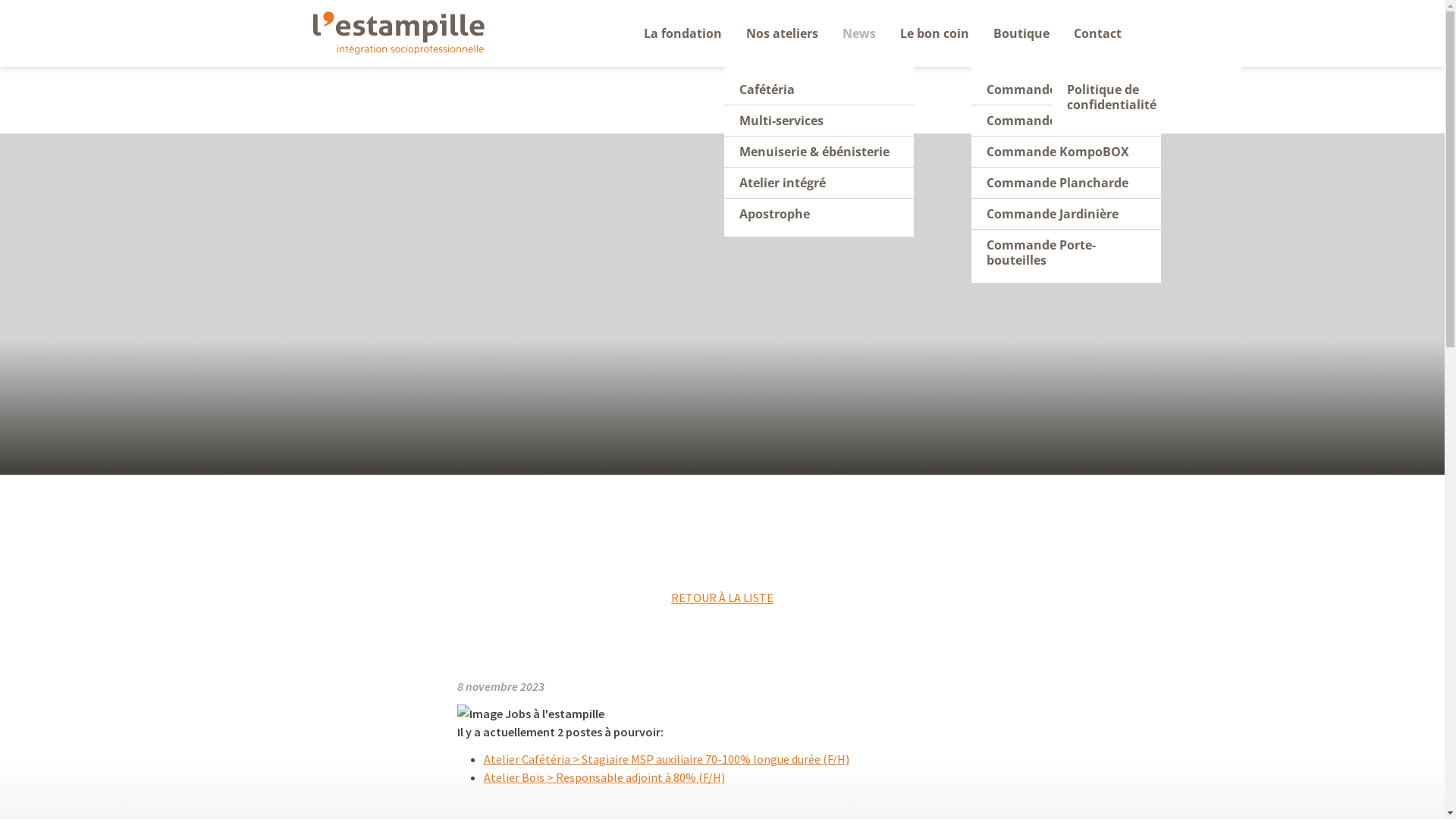  What do you see at coordinates (1021, 33) in the screenshot?
I see `'Boutique'` at bounding box center [1021, 33].